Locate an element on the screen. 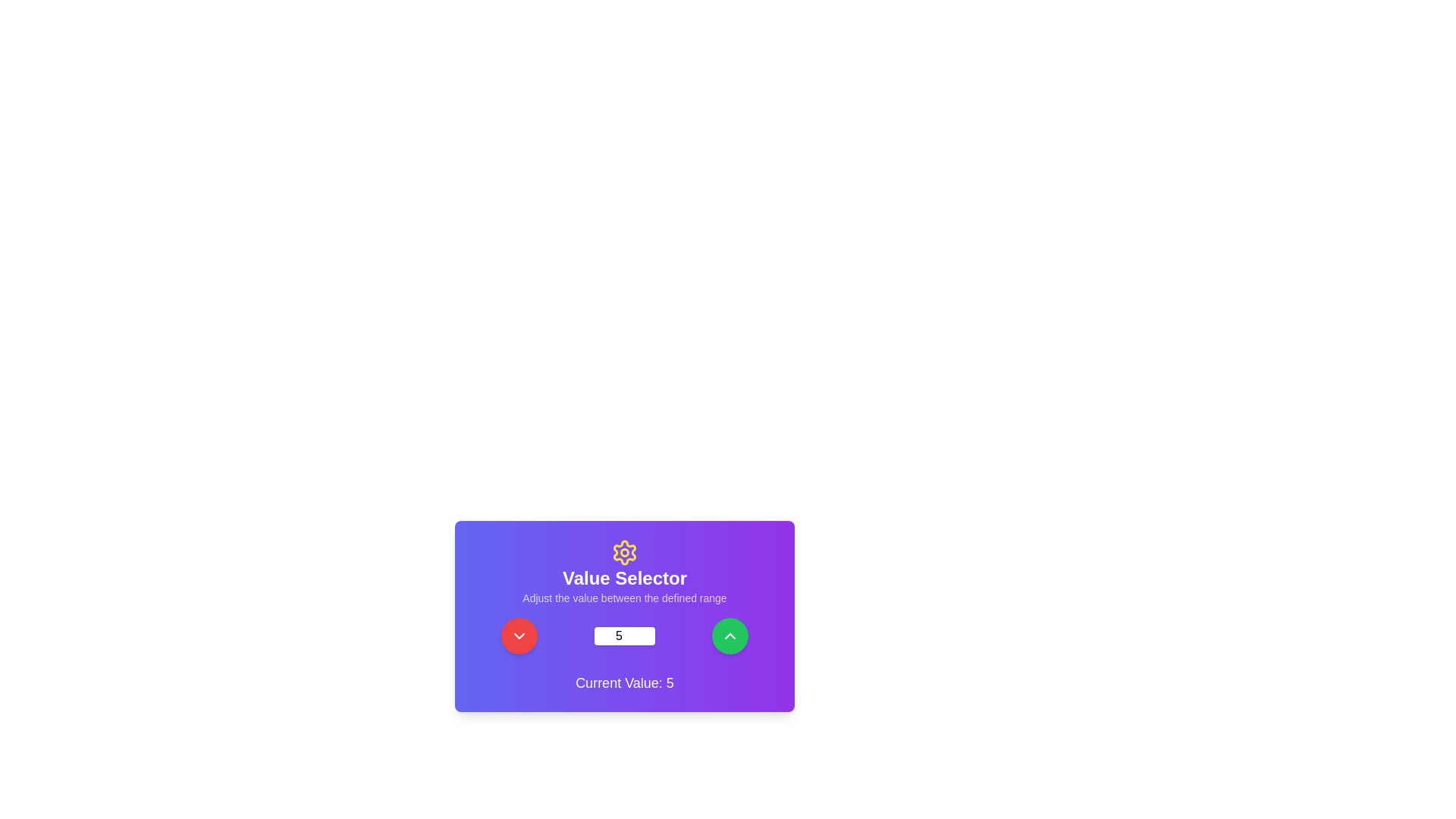 This screenshot has width=1456, height=819. the small circular graphic element located in the center of the gear-like icon at the top center of the card-like interface is located at coordinates (625, 553).